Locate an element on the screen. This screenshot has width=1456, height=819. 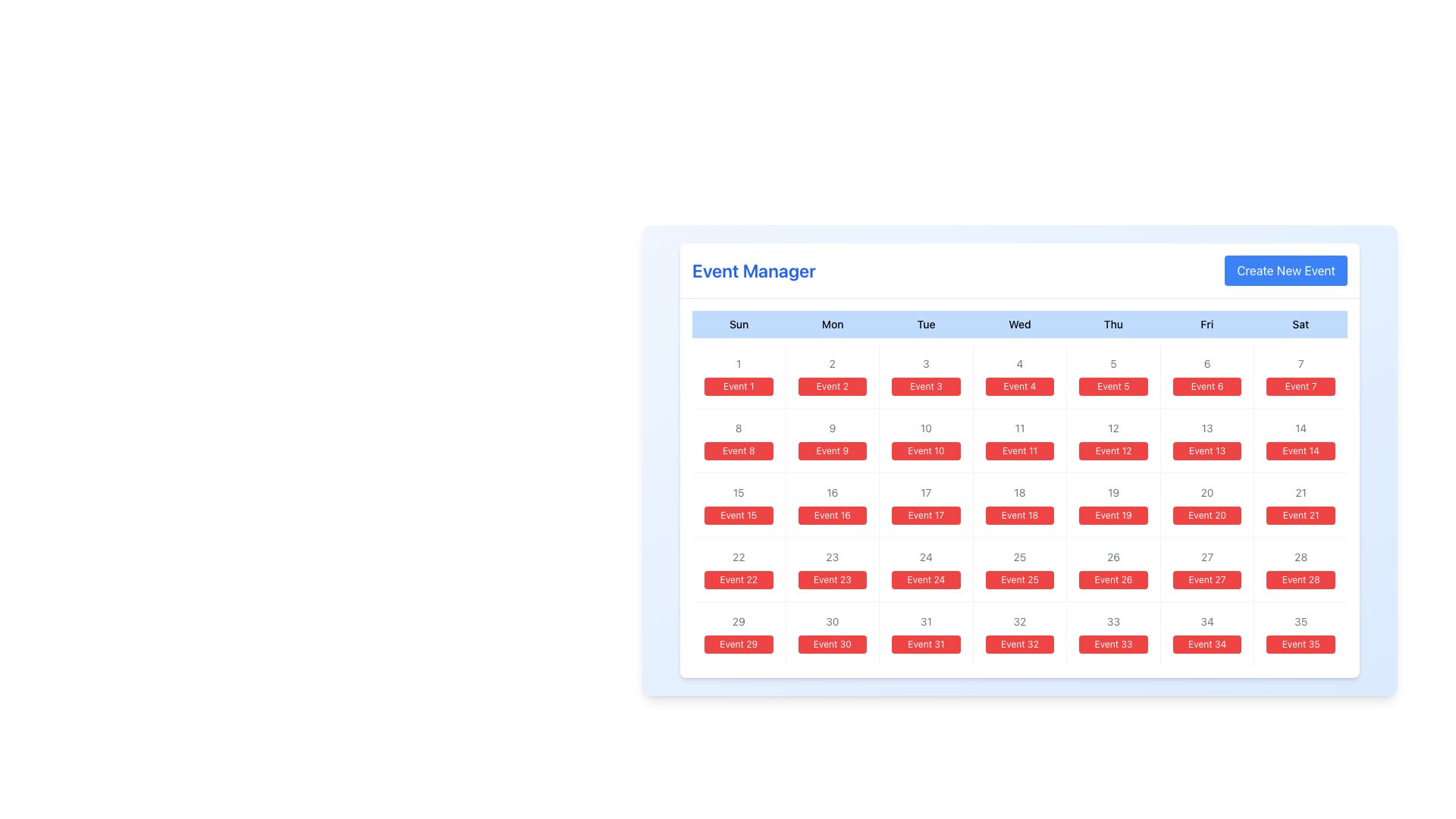
the static text label displaying the number '27' in gray color, located in the top-left section of the calendar date cell representing Friday, above the red button labeled 'Event 27' is located at coordinates (1207, 557).